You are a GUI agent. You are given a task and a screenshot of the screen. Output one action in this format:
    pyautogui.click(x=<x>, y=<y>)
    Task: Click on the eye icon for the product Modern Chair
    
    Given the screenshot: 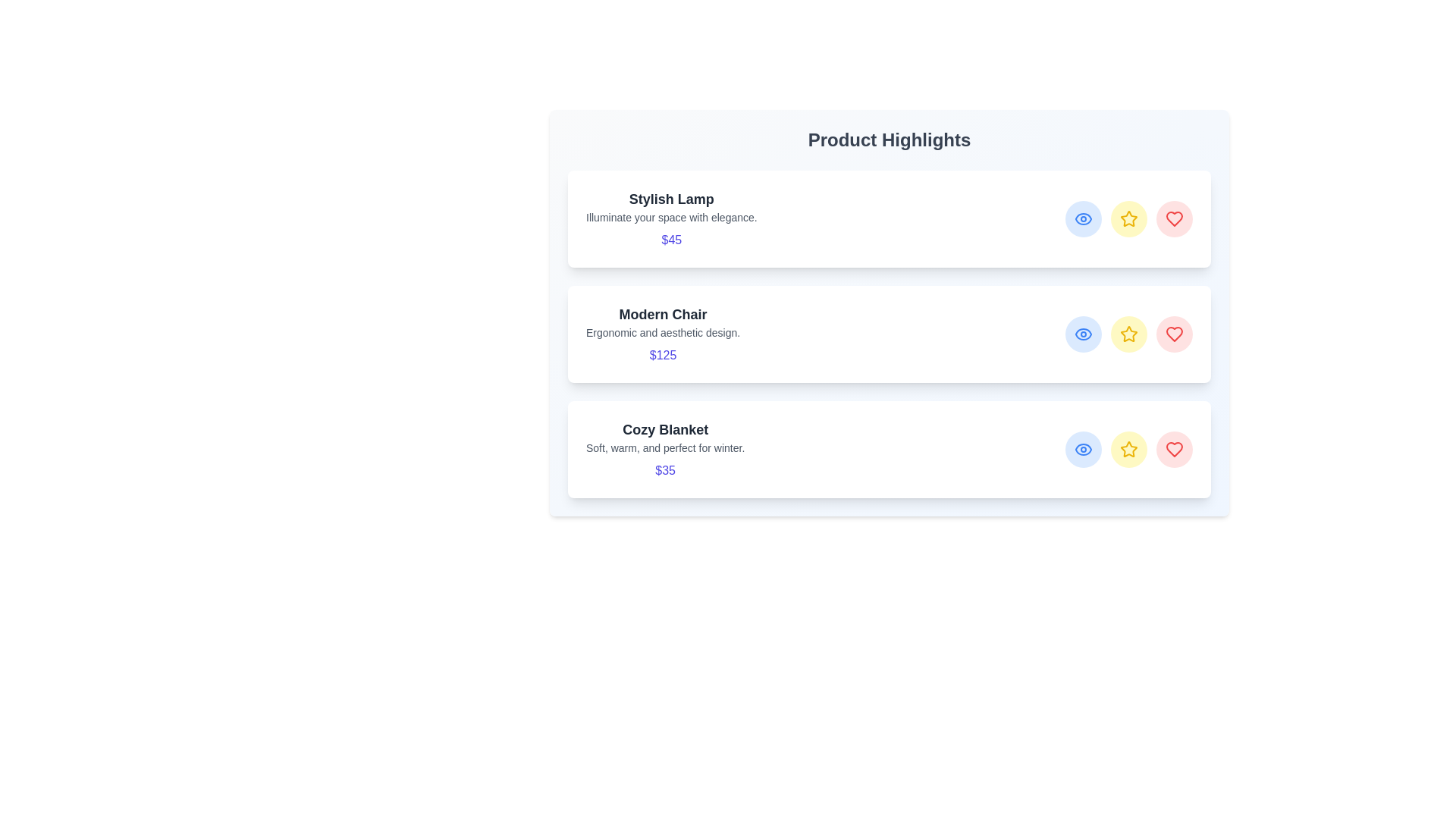 What is the action you would take?
    pyautogui.click(x=1083, y=333)
    